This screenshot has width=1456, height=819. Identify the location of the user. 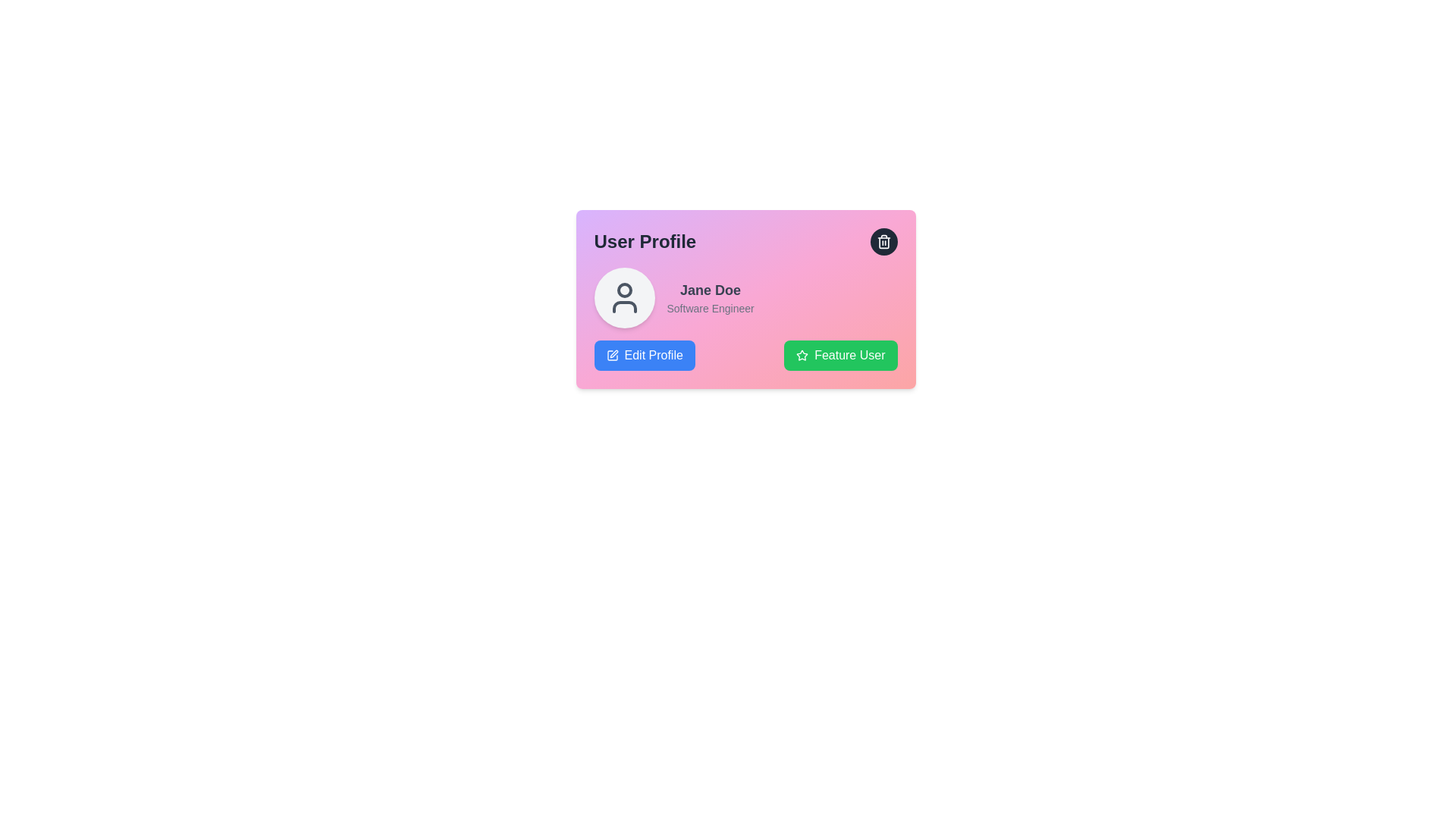
(710, 290).